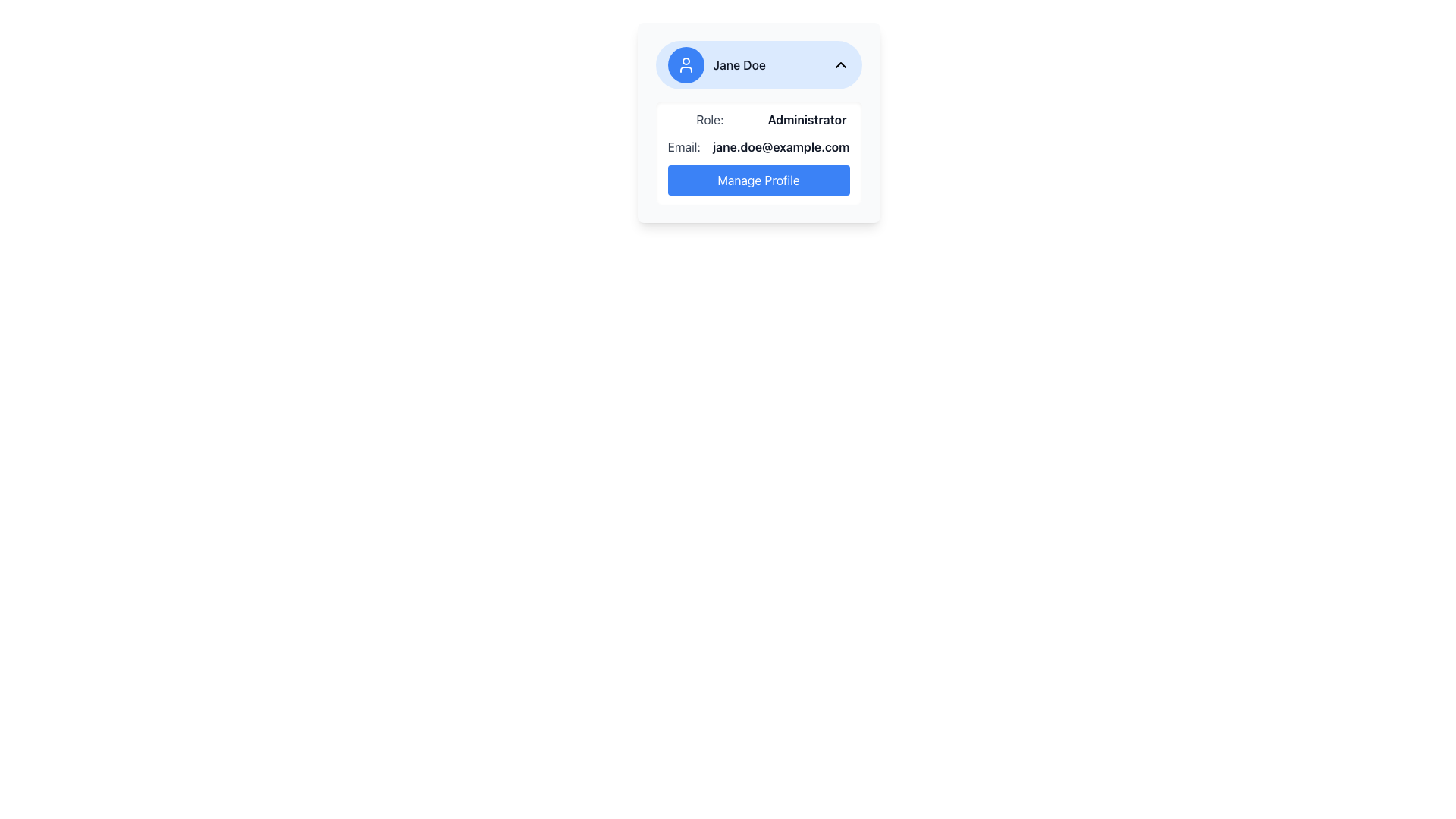 The image size is (1456, 819). What do you see at coordinates (758, 180) in the screenshot?
I see `the profile settings button located centrally under the text details 'Role: Administrator' and 'Email: jane.doe@example.com'` at bounding box center [758, 180].